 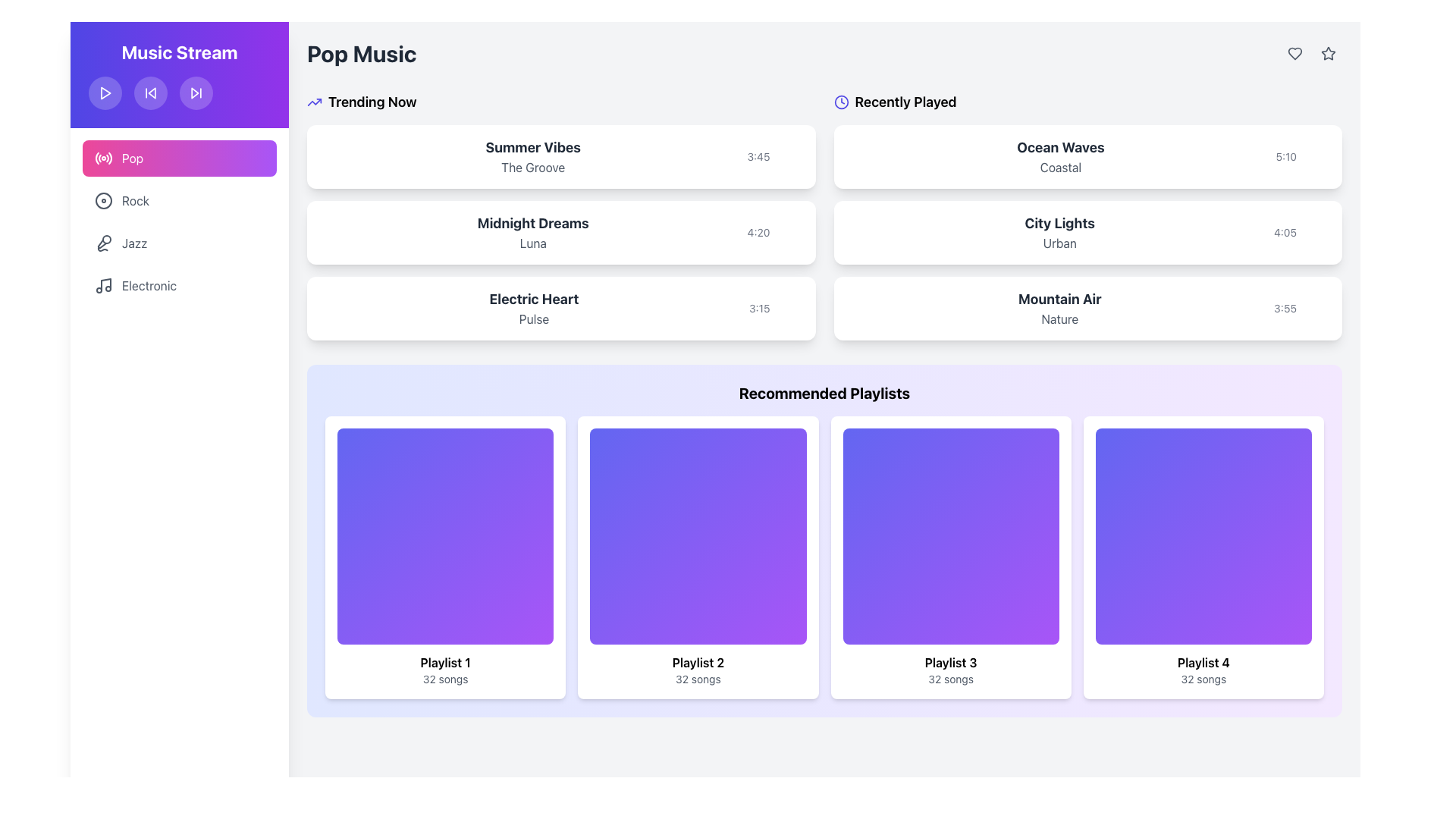 I want to click on the text label that serves as the title of the playlist, which is located above the '32 songs' text in the first card of the 'Recommended Playlists' section, so click(x=444, y=662).